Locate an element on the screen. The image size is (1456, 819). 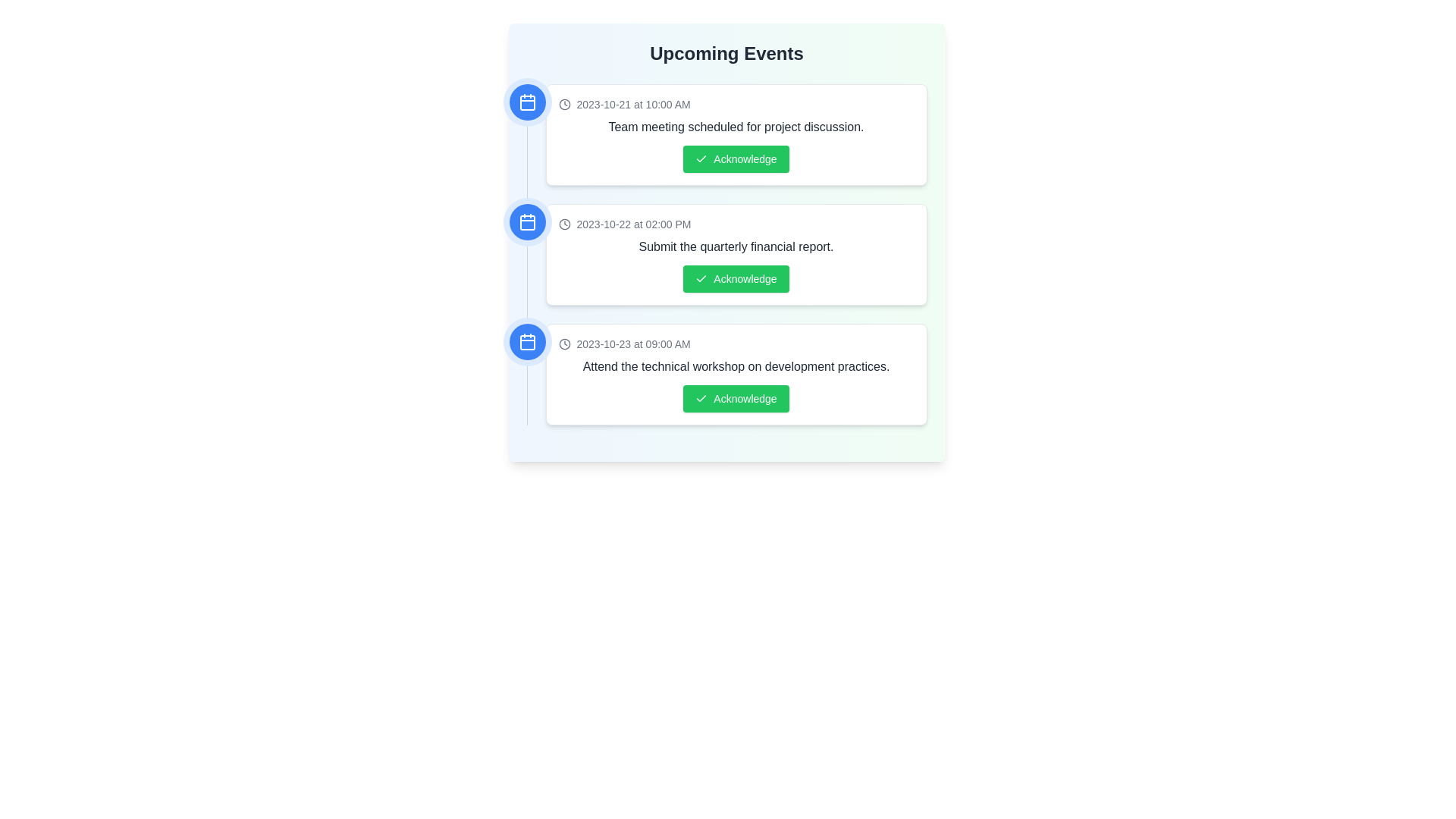
the 'Acknowledge' button for the event '2023-10-23 at 09:00 AM' is located at coordinates (736, 397).